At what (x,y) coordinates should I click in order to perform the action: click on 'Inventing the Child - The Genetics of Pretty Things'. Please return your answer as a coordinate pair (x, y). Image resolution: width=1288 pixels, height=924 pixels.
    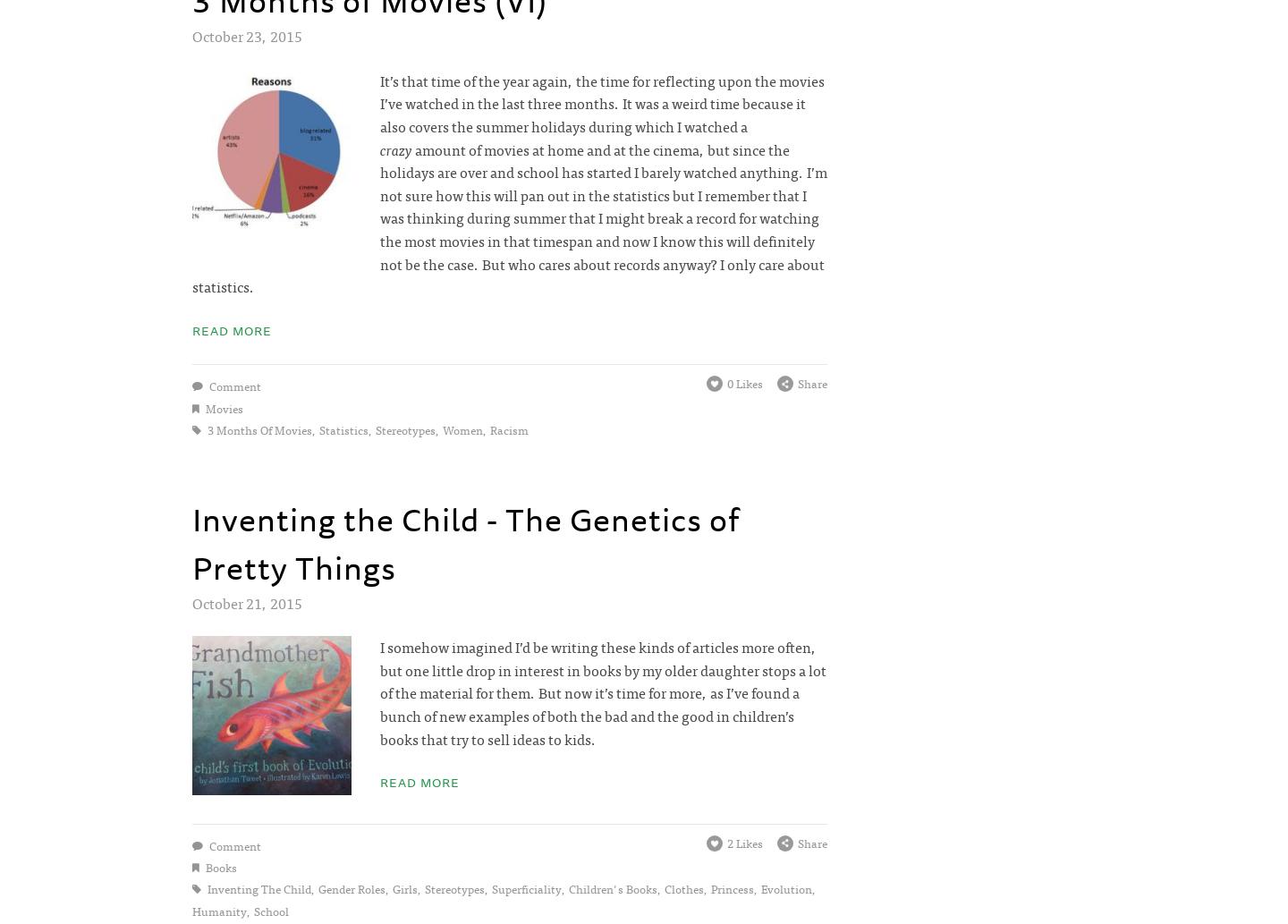
    Looking at the image, I should click on (464, 541).